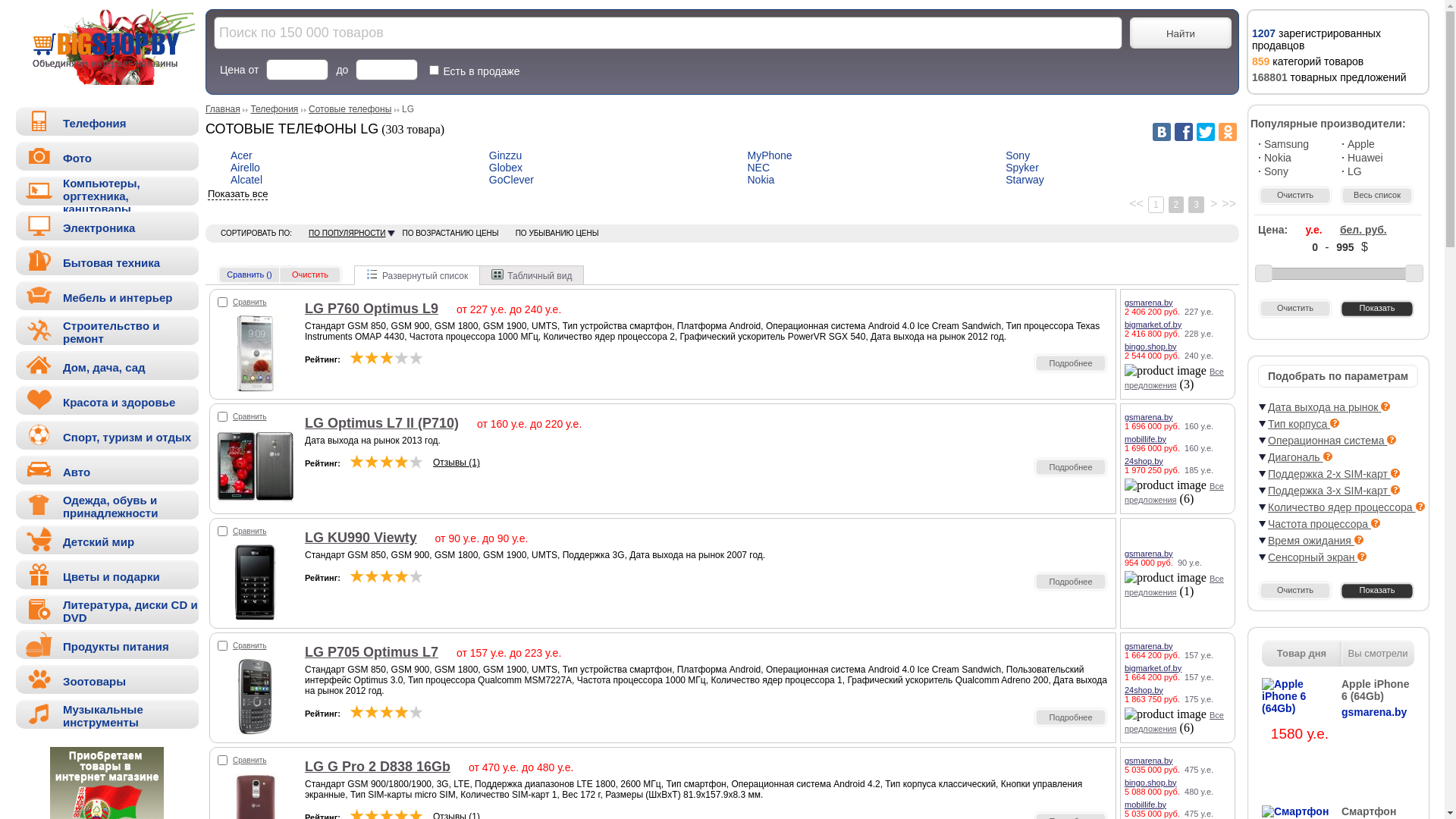  What do you see at coordinates (1145, 803) in the screenshot?
I see `'mobillife.by'` at bounding box center [1145, 803].